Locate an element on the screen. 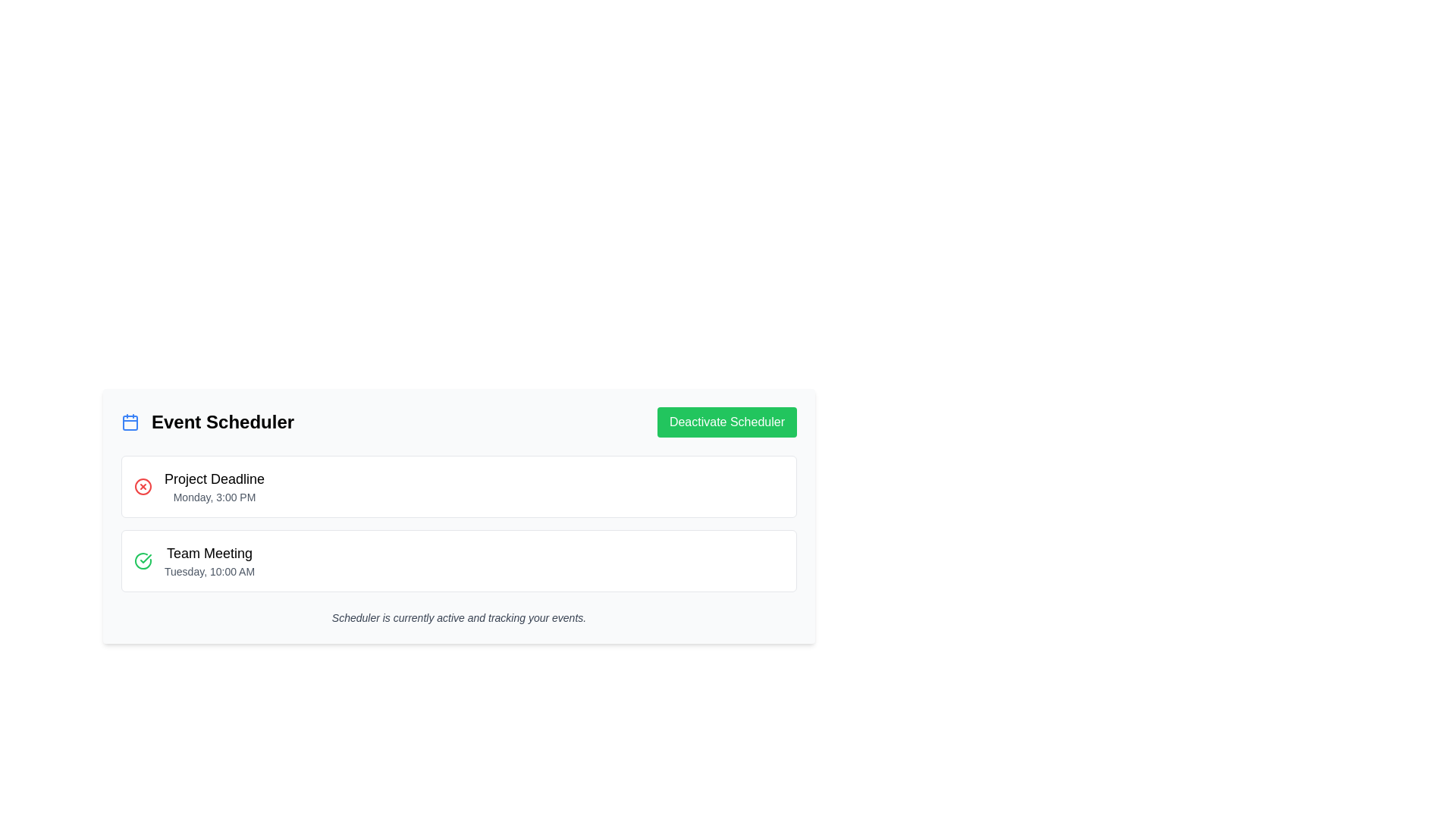 Image resolution: width=1456 pixels, height=819 pixels. the Information Card that summarizes the scheduled 'Team Meeting', located at the bottom of the 'Event Scheduler' section, beneath the 'Project Deadline' card is located at coordinates (458, 561).